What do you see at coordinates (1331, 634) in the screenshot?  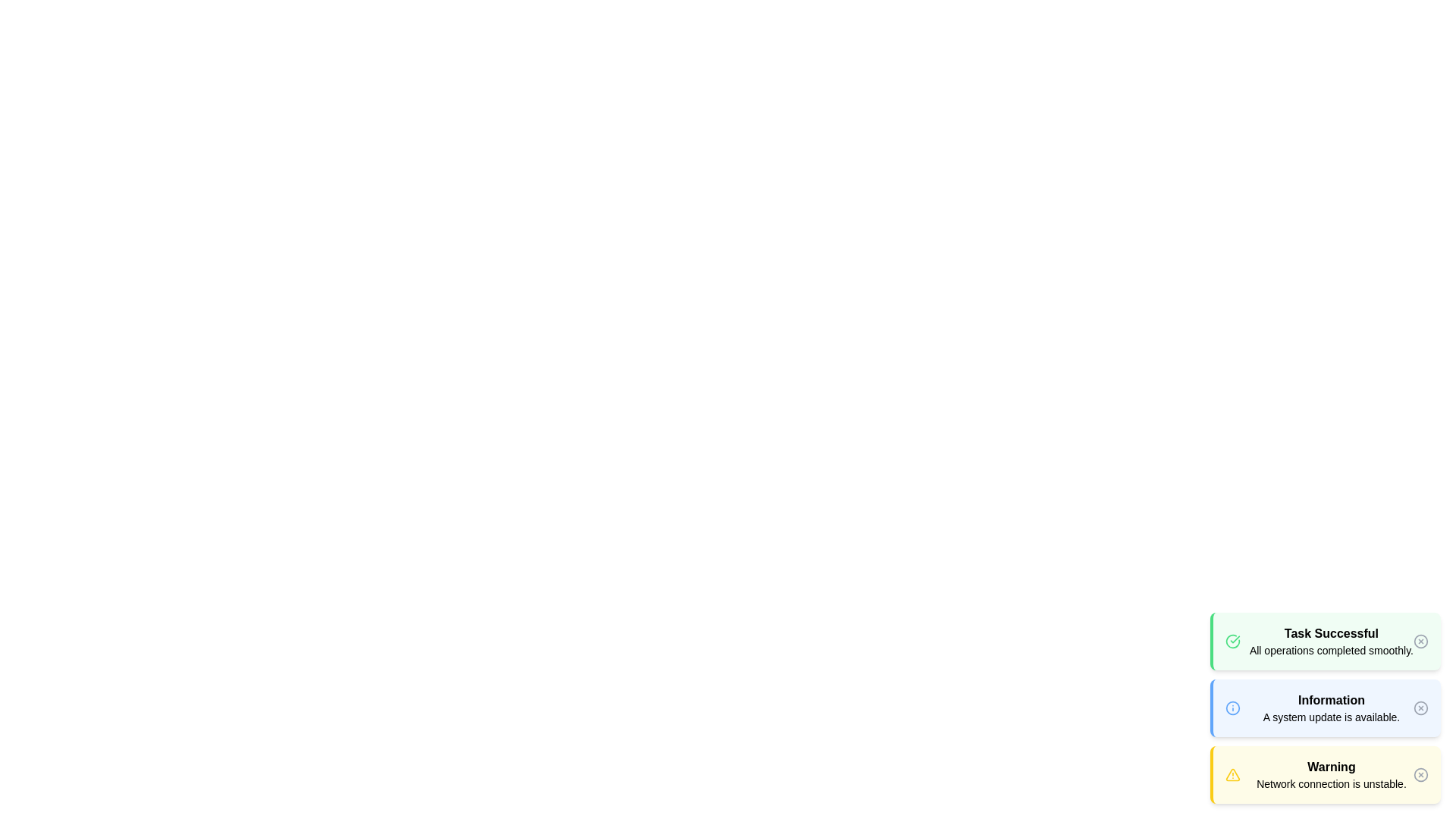 I see `the alert title of the selected alert type: Task Successful` at bounding box center [1331, 634].